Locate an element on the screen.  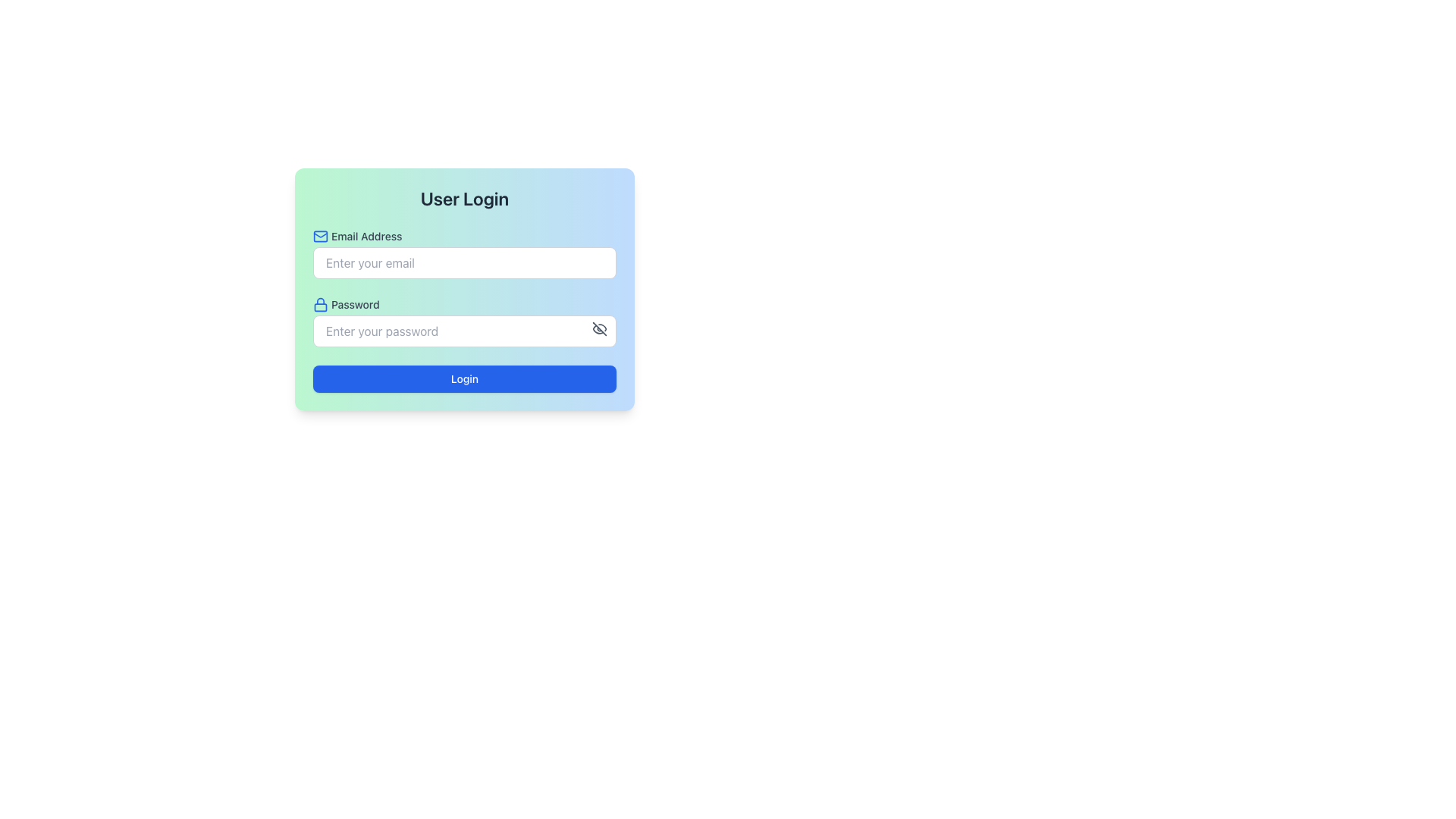
the email input icon located directly to the left of the 'Email Address' text in the login form, which serves as a visual indicator for the email input field is located at coordinates (319, 237).